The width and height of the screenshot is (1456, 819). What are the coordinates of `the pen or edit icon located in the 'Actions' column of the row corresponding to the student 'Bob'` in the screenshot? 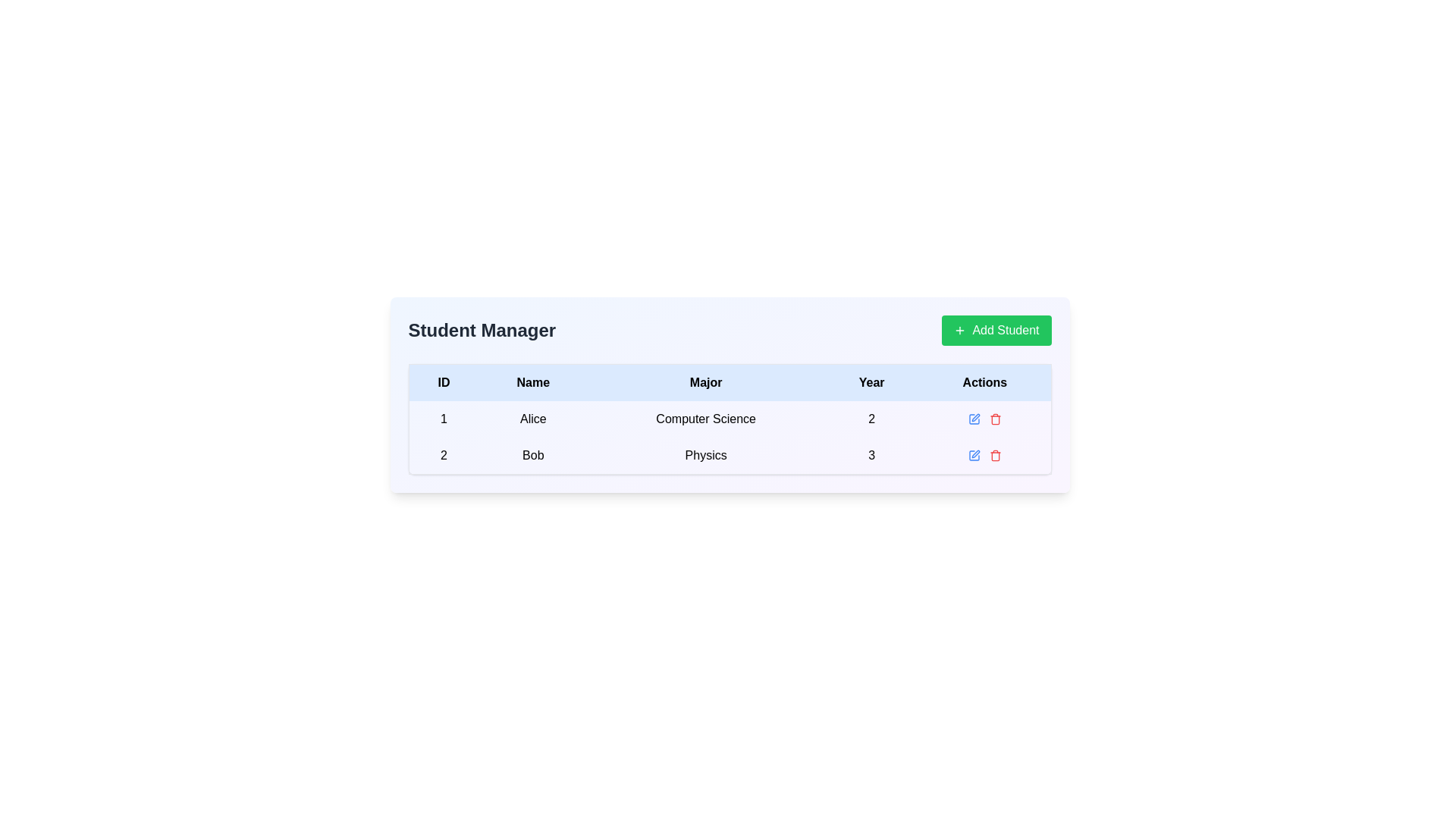 It's located at (975, 453).